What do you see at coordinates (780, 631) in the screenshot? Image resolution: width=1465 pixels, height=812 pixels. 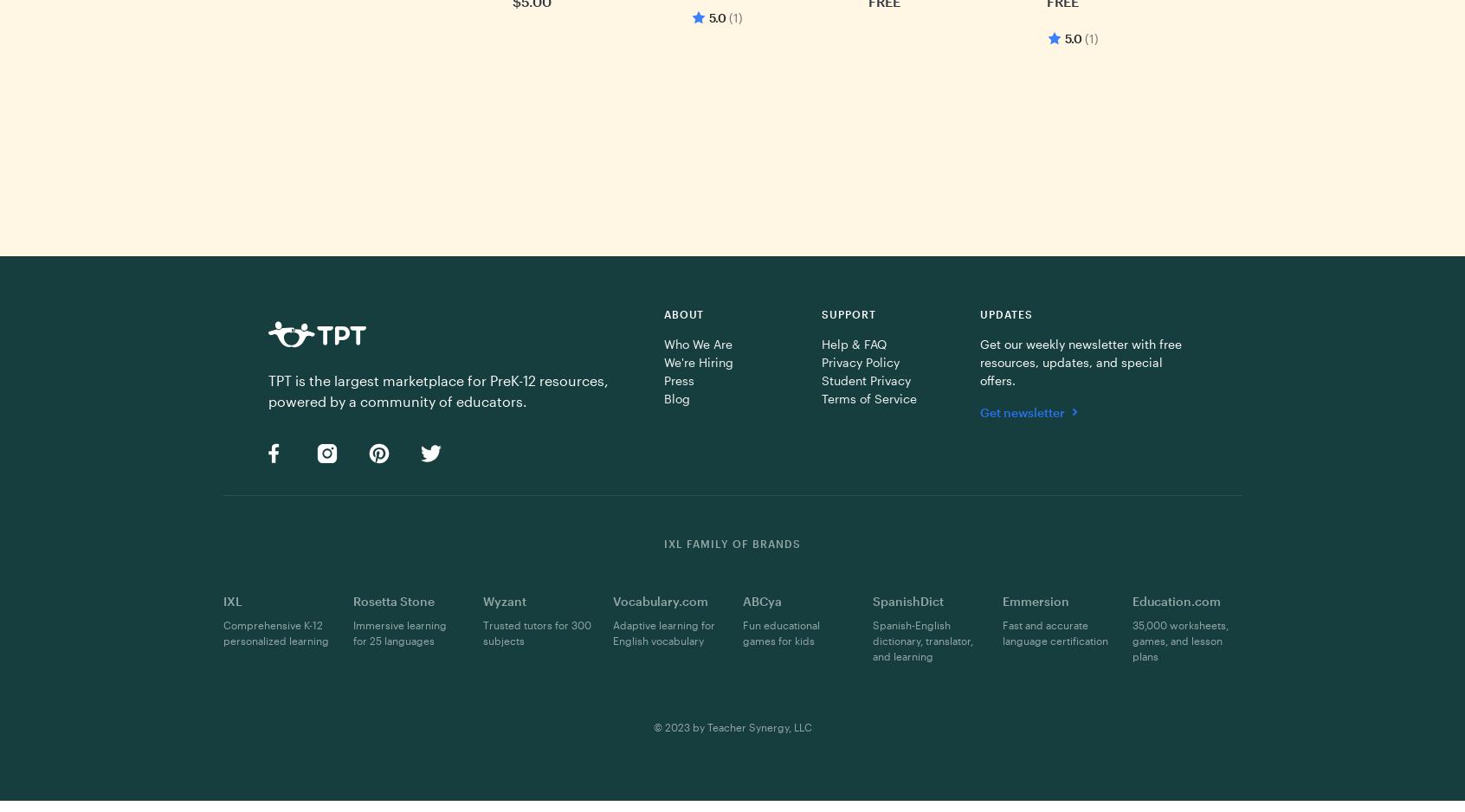 I see `'Fun educational games for kids'` at bounding box center [780, 631].